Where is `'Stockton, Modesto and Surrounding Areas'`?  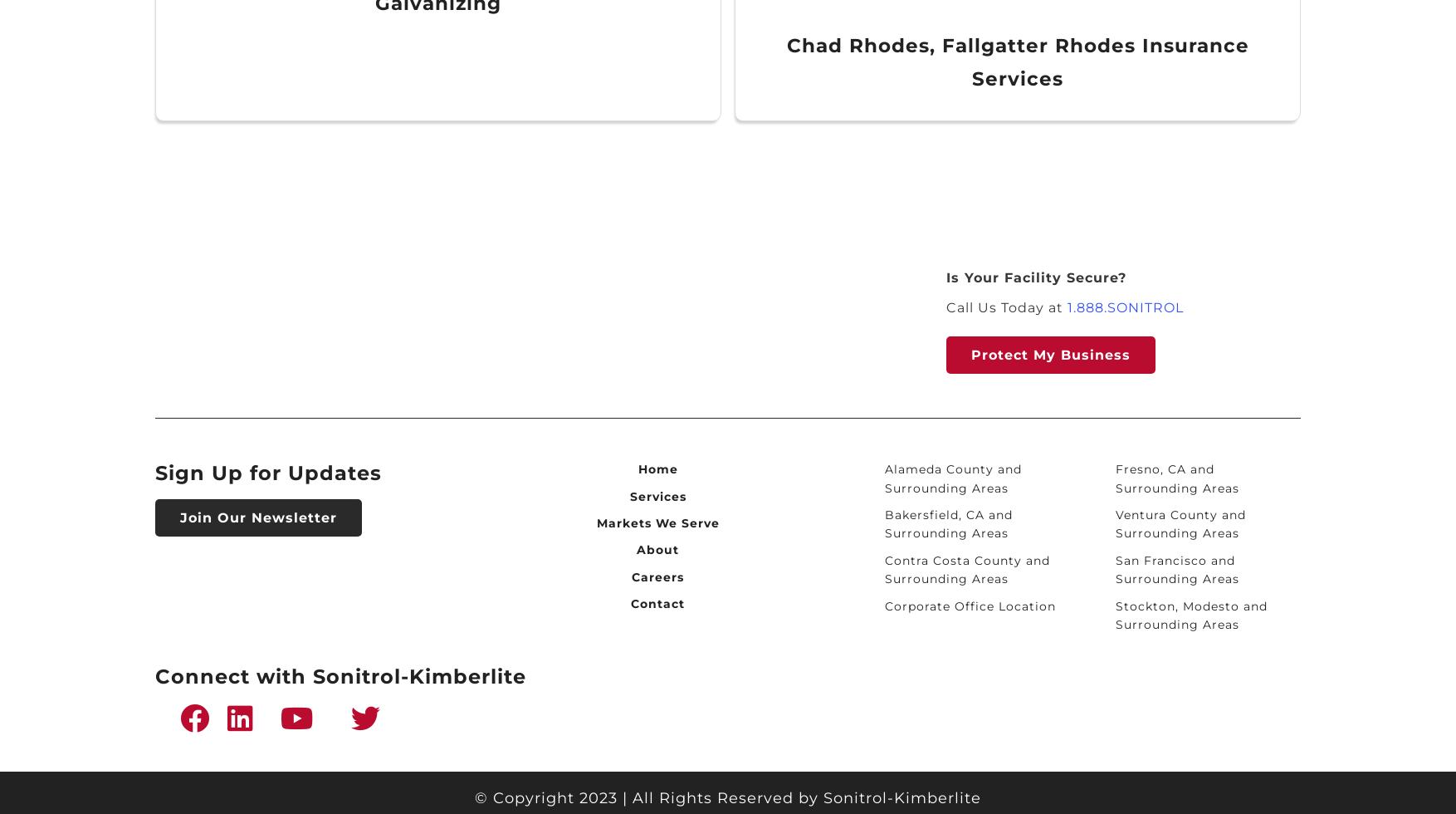 'Stockton, Modesto and Surrounding Areas' is located at coordinates (1114, 614).